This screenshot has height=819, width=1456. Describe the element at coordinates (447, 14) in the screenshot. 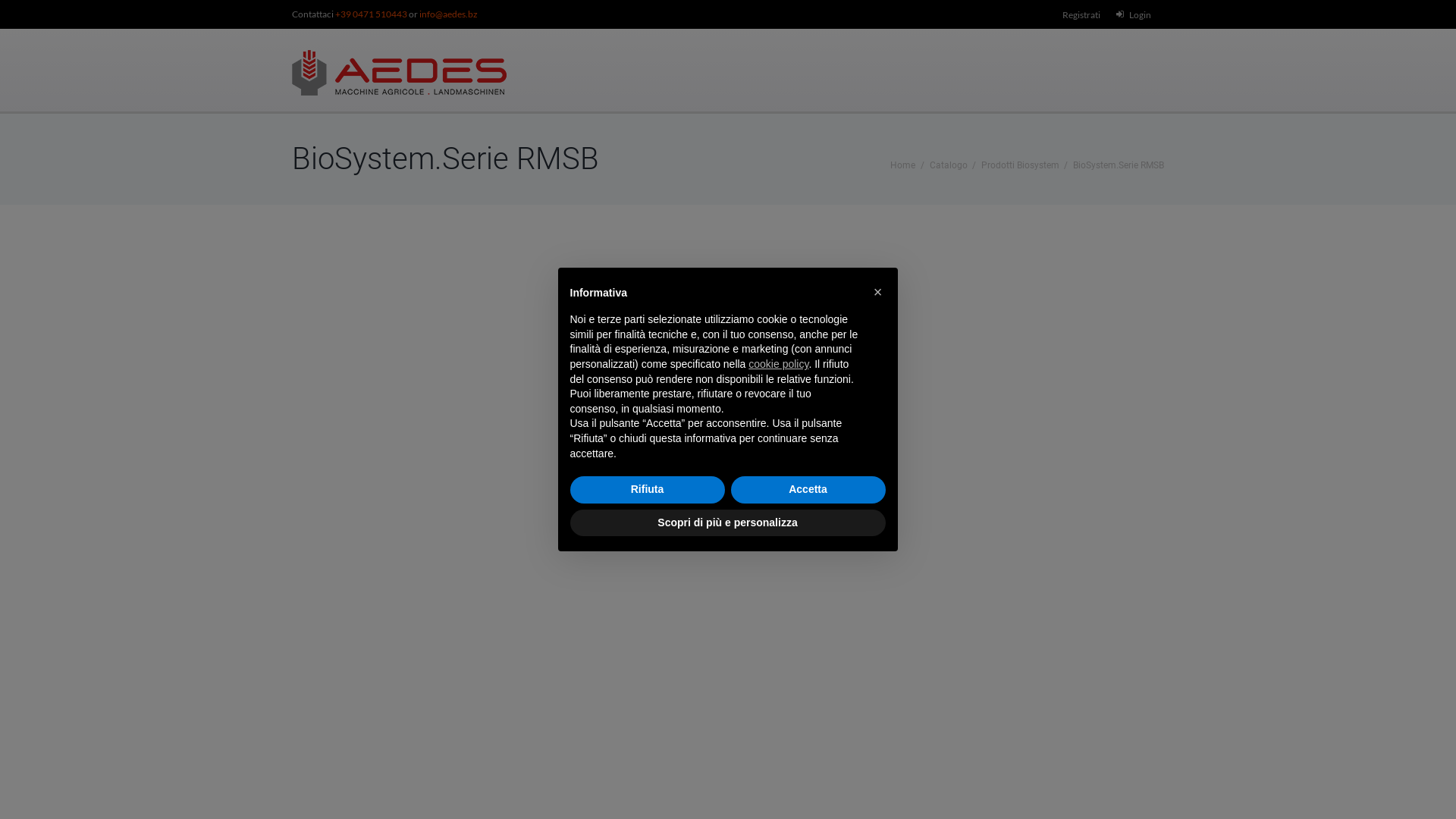

I see `'info@aedes.bz'` at that location.